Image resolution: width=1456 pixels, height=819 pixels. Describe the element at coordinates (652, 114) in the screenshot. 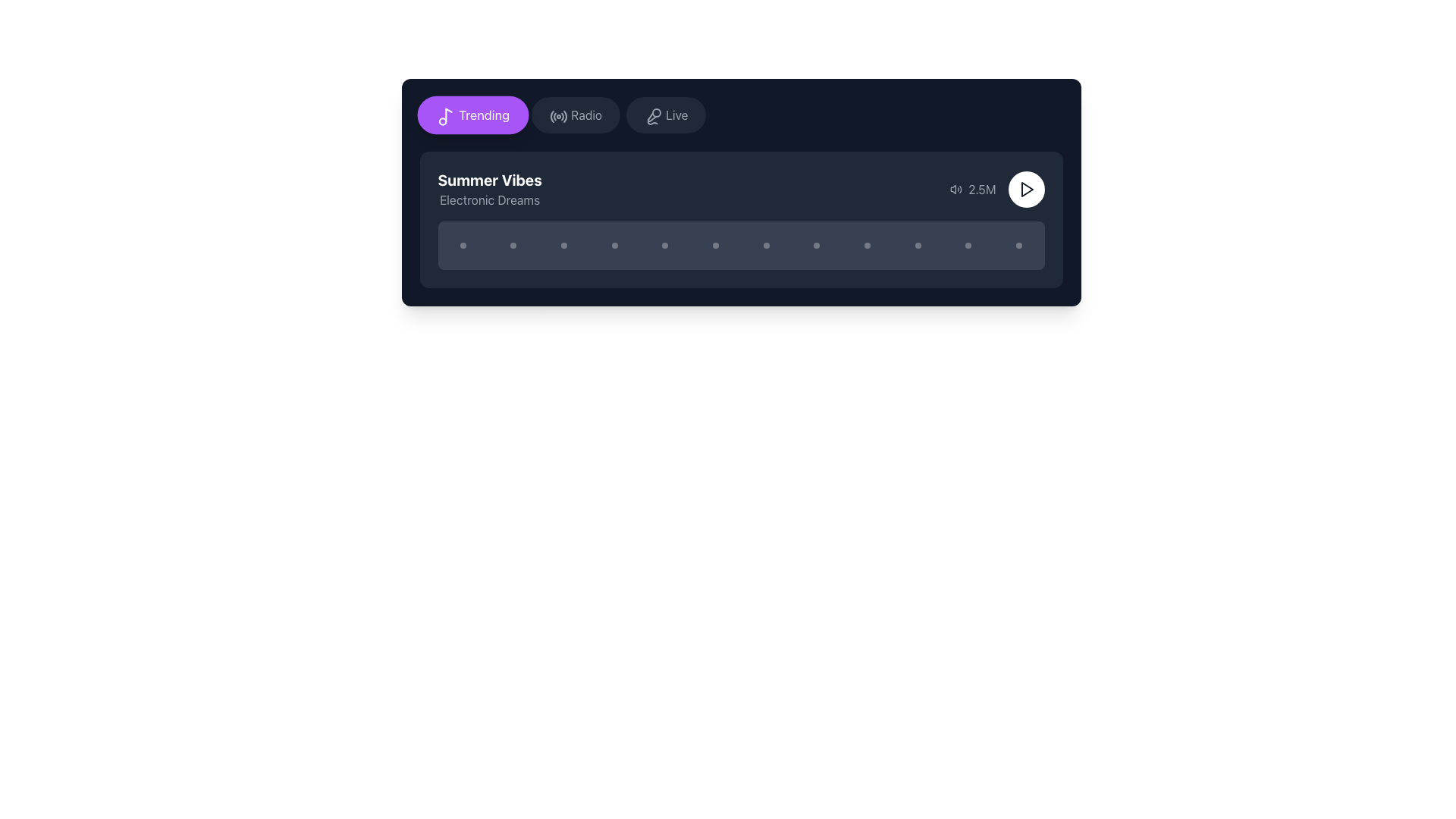

I see `the microphone icon with a slash, indicating a muted state, located to the left of the 'Live' button in the navigation bar` at that location.